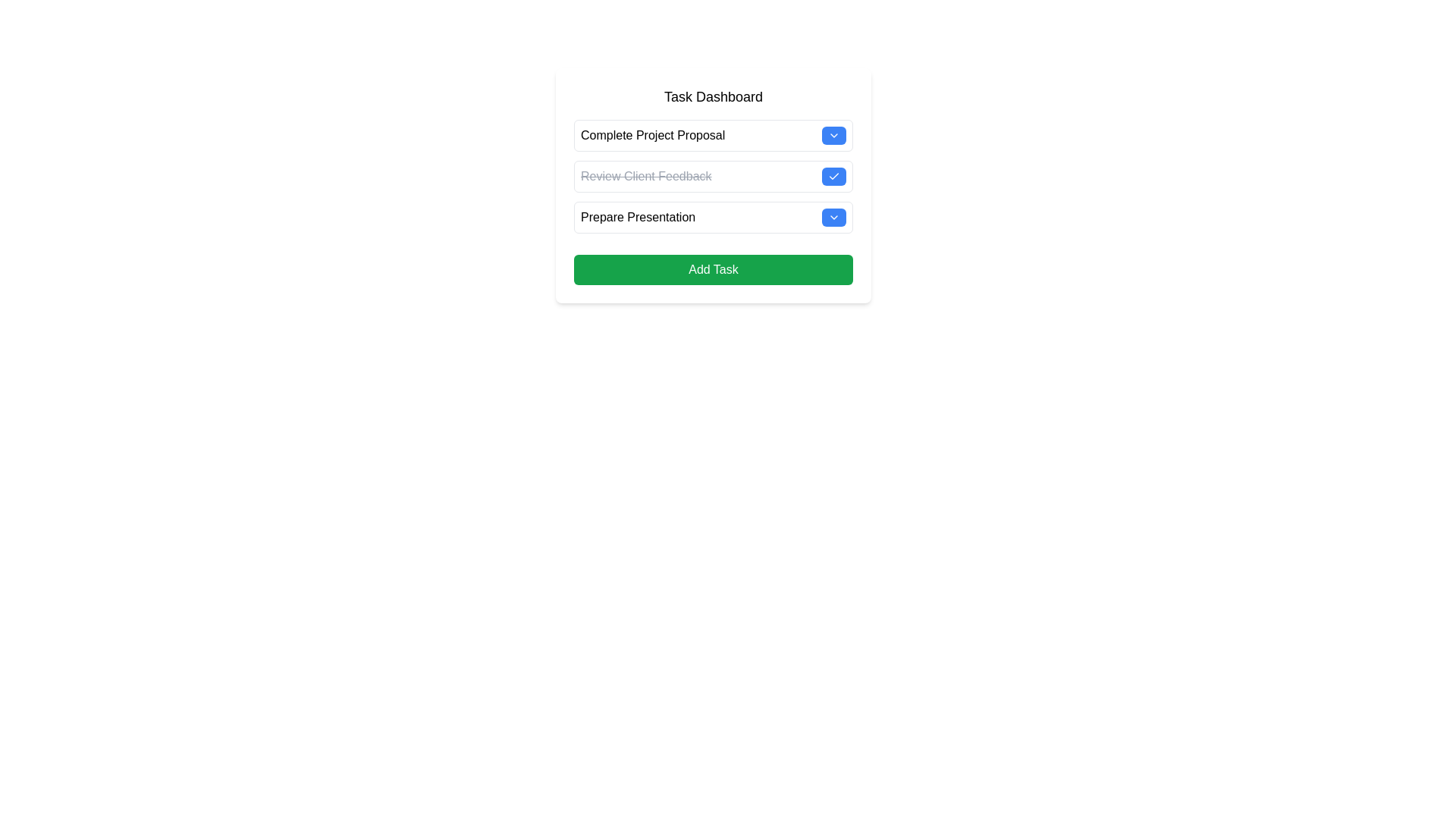 Image resolution: width=1456 pixels, height=819 pixels. What do you see at coordinates (712, 175) in the screenshot?
I see `the completed task item in the task management interface, which is the second item in the list with a blue checkmark indicating its completion status` at bounding box center [712, 175].